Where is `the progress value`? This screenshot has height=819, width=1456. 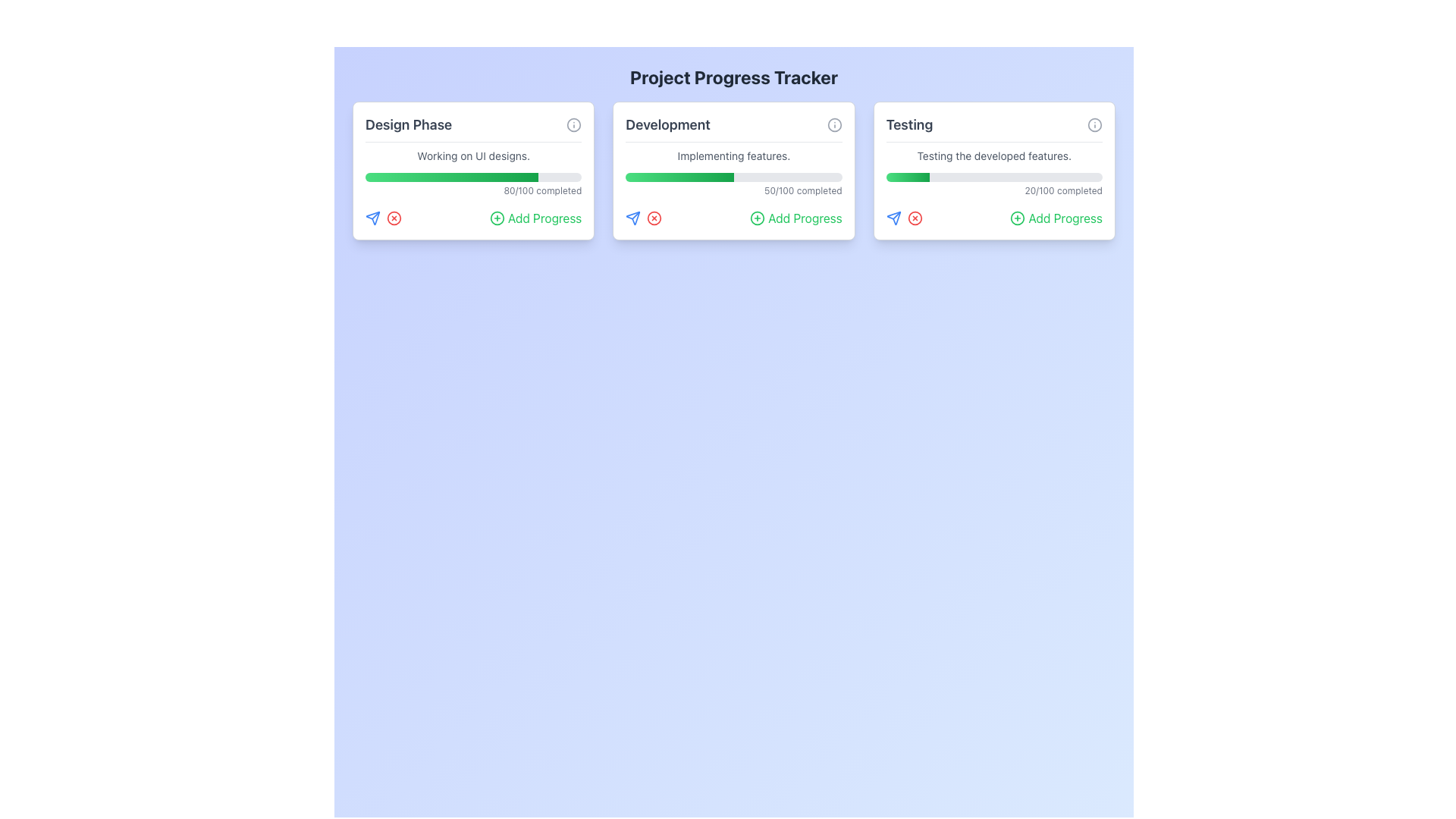
the progress value is located at coordinates (908, 177).